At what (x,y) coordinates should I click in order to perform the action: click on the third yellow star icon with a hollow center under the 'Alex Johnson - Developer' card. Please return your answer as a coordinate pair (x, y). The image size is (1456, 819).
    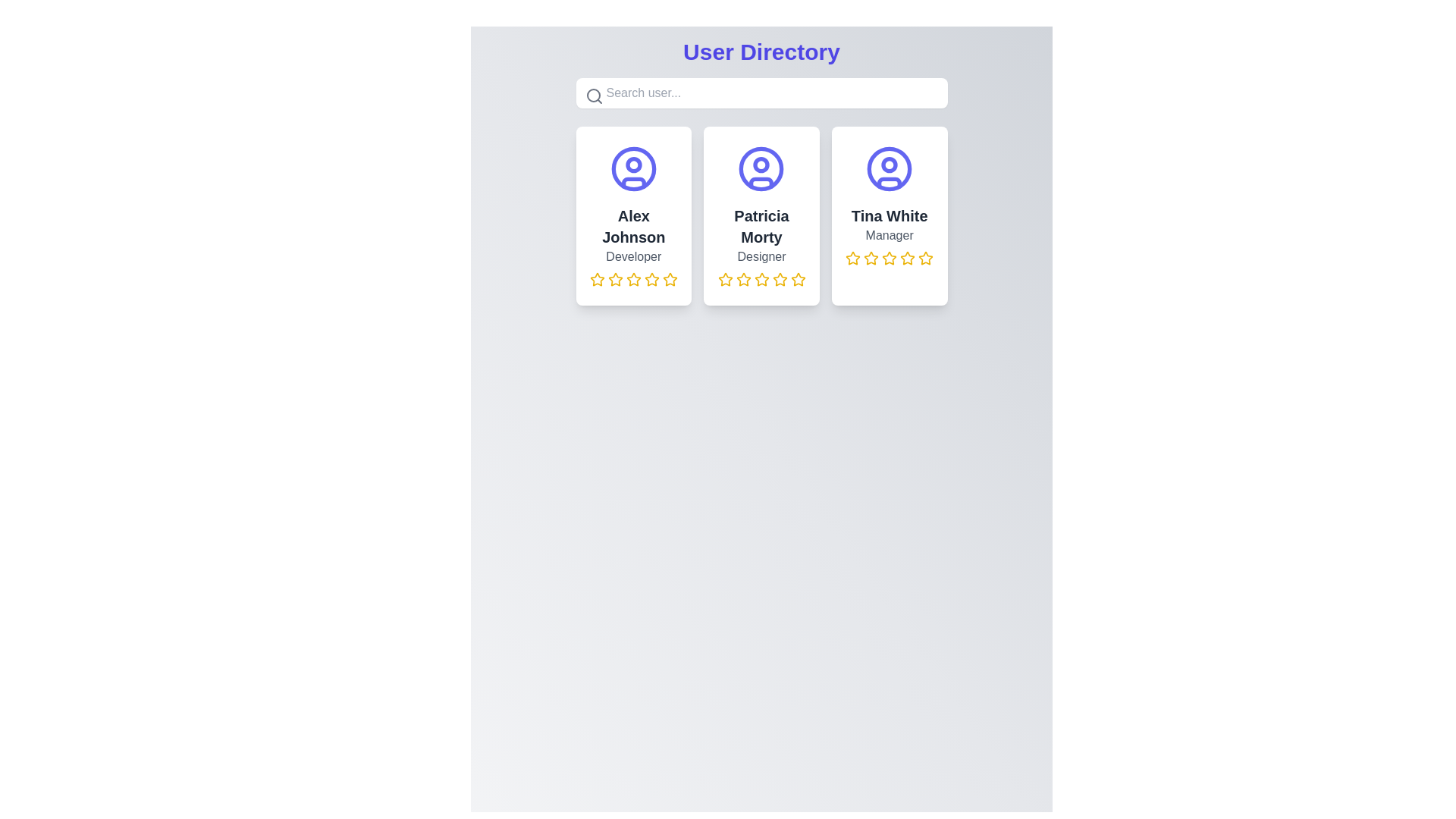
    Looking at the image, I should click on (615, 280).